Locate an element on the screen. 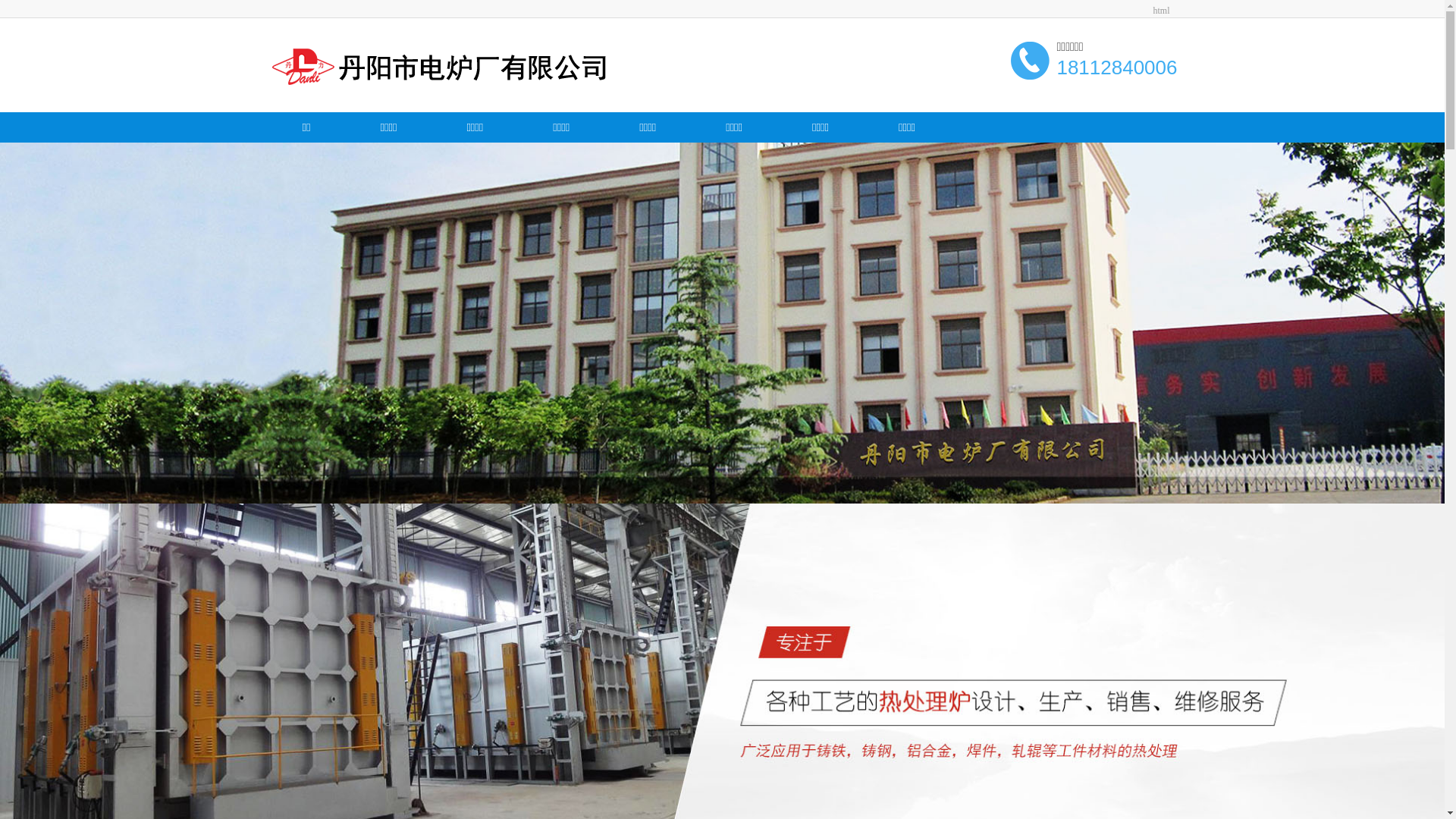  'html' is located at coordinates (1160, 11).